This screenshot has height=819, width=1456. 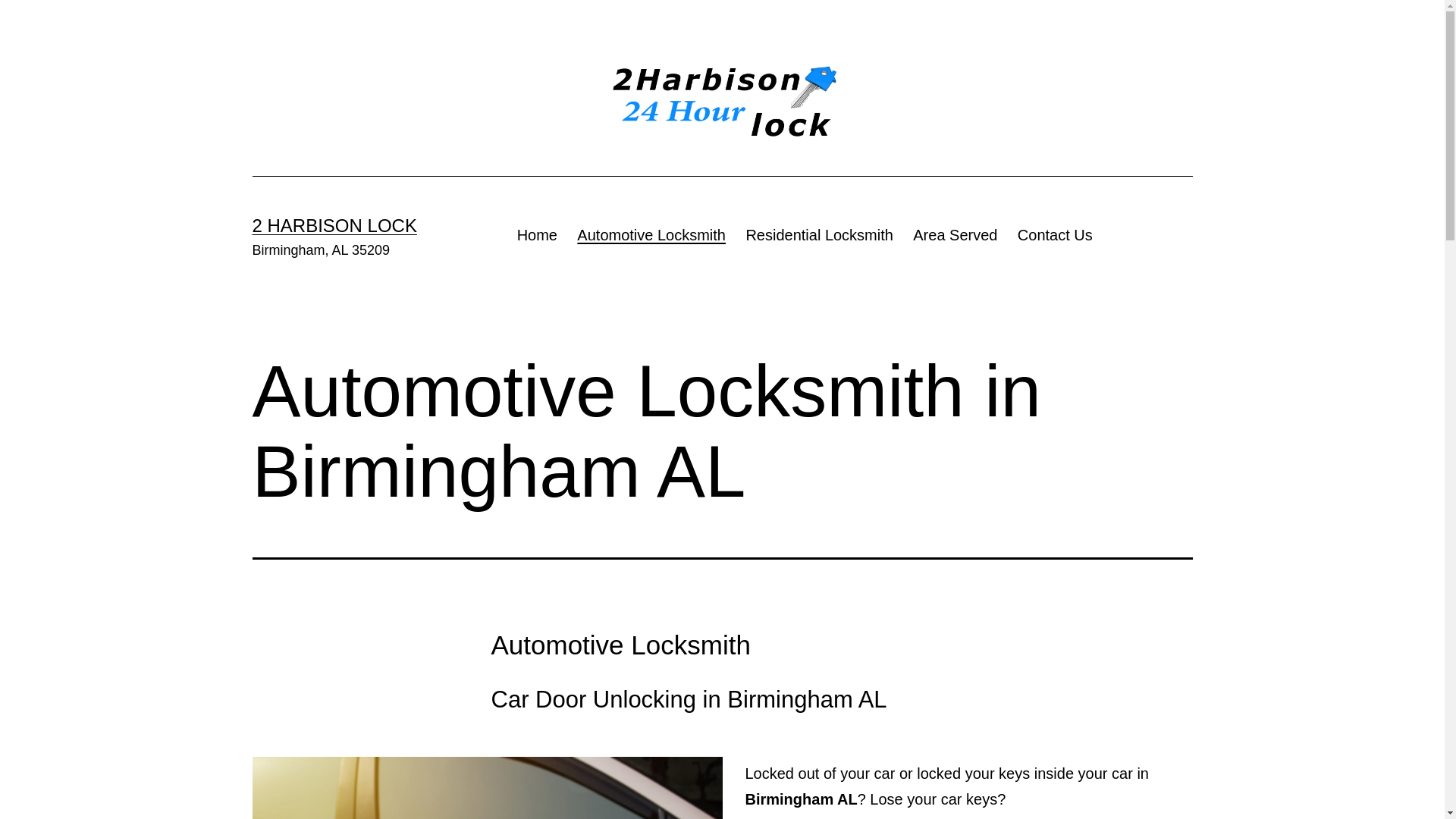 I want to click on '2 HARBISON LOCK', so click(x=333, y=225).